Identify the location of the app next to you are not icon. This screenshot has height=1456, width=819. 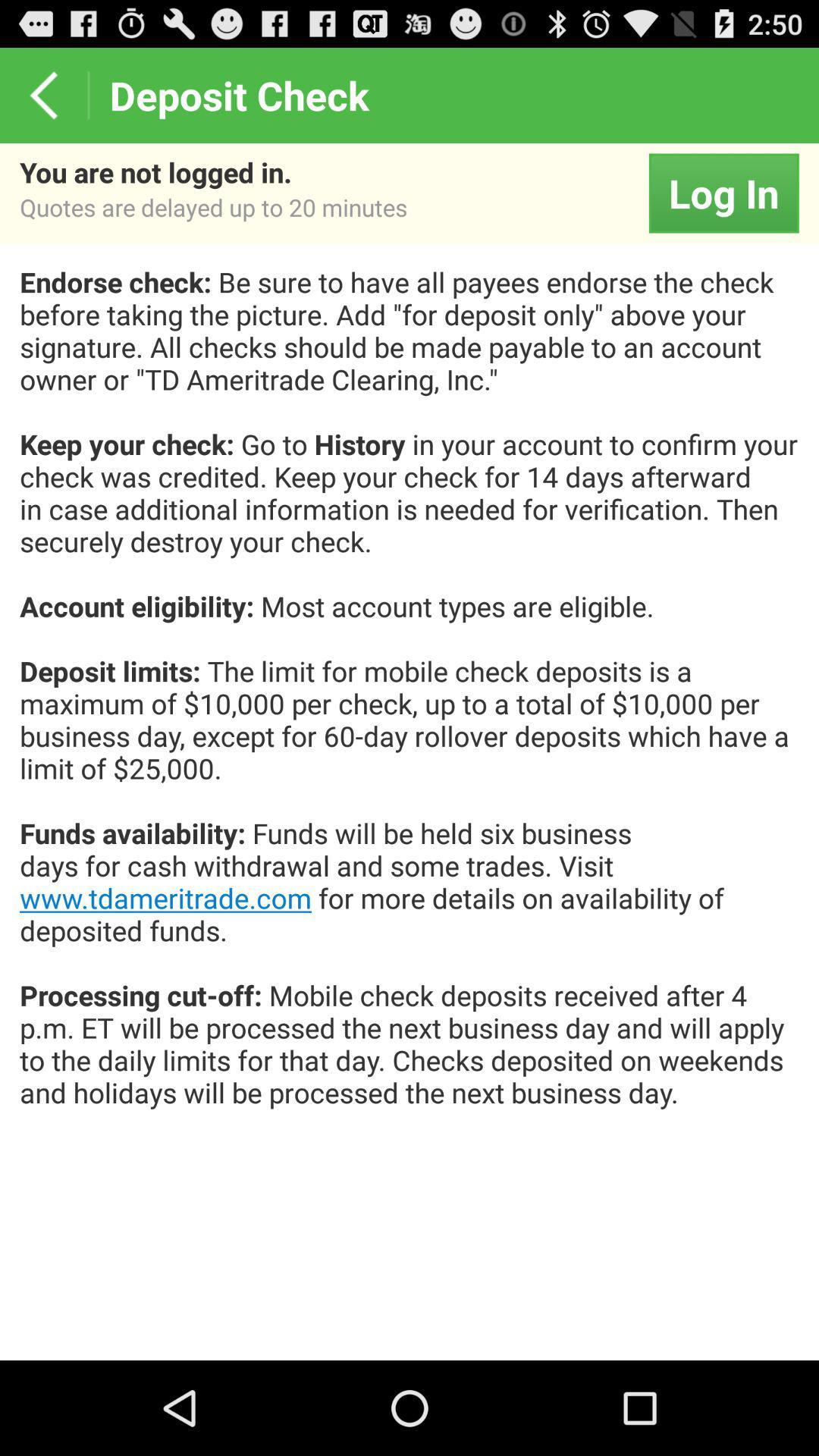
(723, 192).